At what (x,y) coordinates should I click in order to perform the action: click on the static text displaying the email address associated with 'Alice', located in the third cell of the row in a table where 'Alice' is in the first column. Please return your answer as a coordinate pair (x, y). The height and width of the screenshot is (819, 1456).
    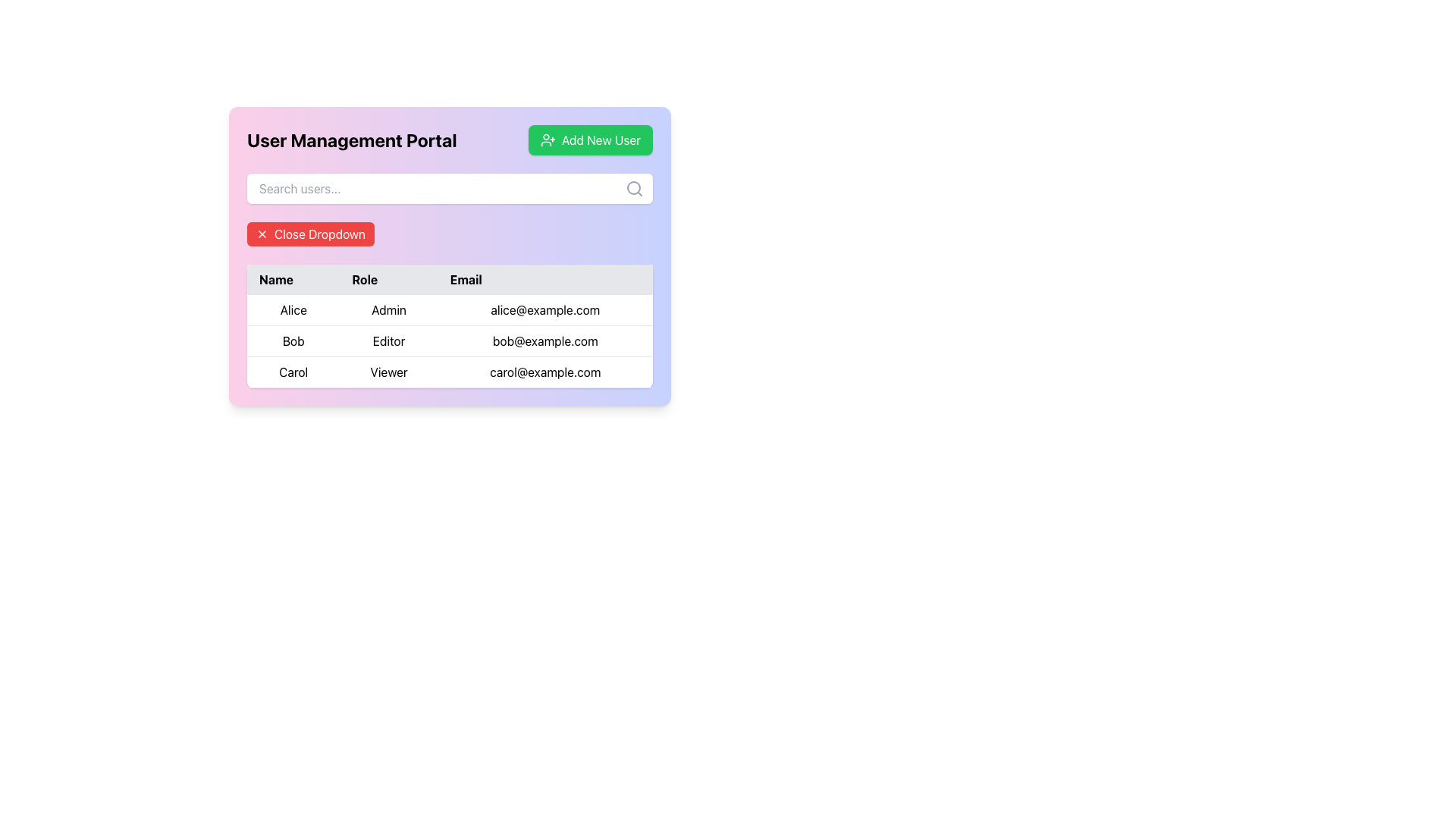
    Looking at the image, I should click on (545, 309).